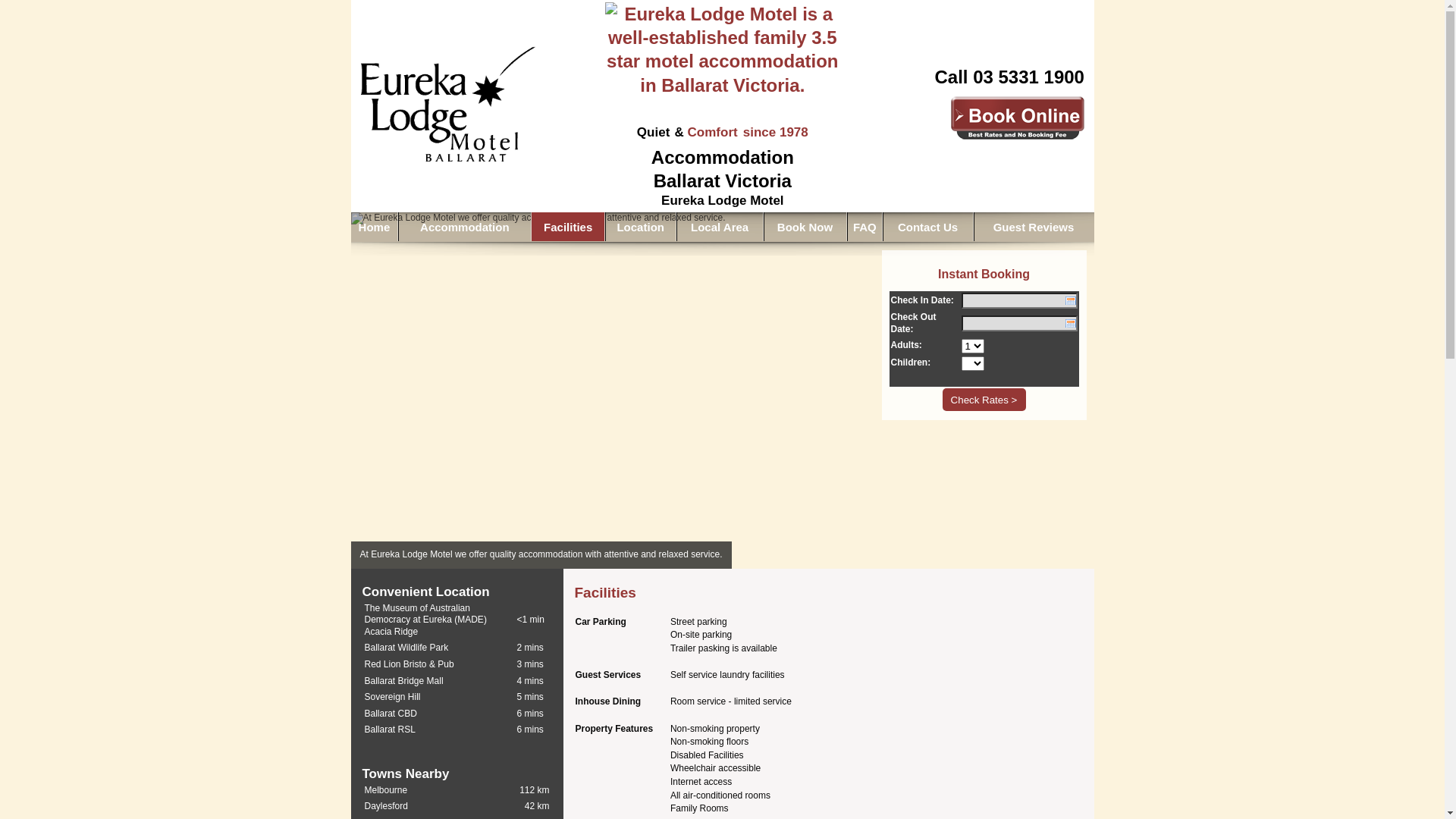 The width and height of the screenshot is (1456, 819). I want to click on 'Accommodation', so click(397, 227).